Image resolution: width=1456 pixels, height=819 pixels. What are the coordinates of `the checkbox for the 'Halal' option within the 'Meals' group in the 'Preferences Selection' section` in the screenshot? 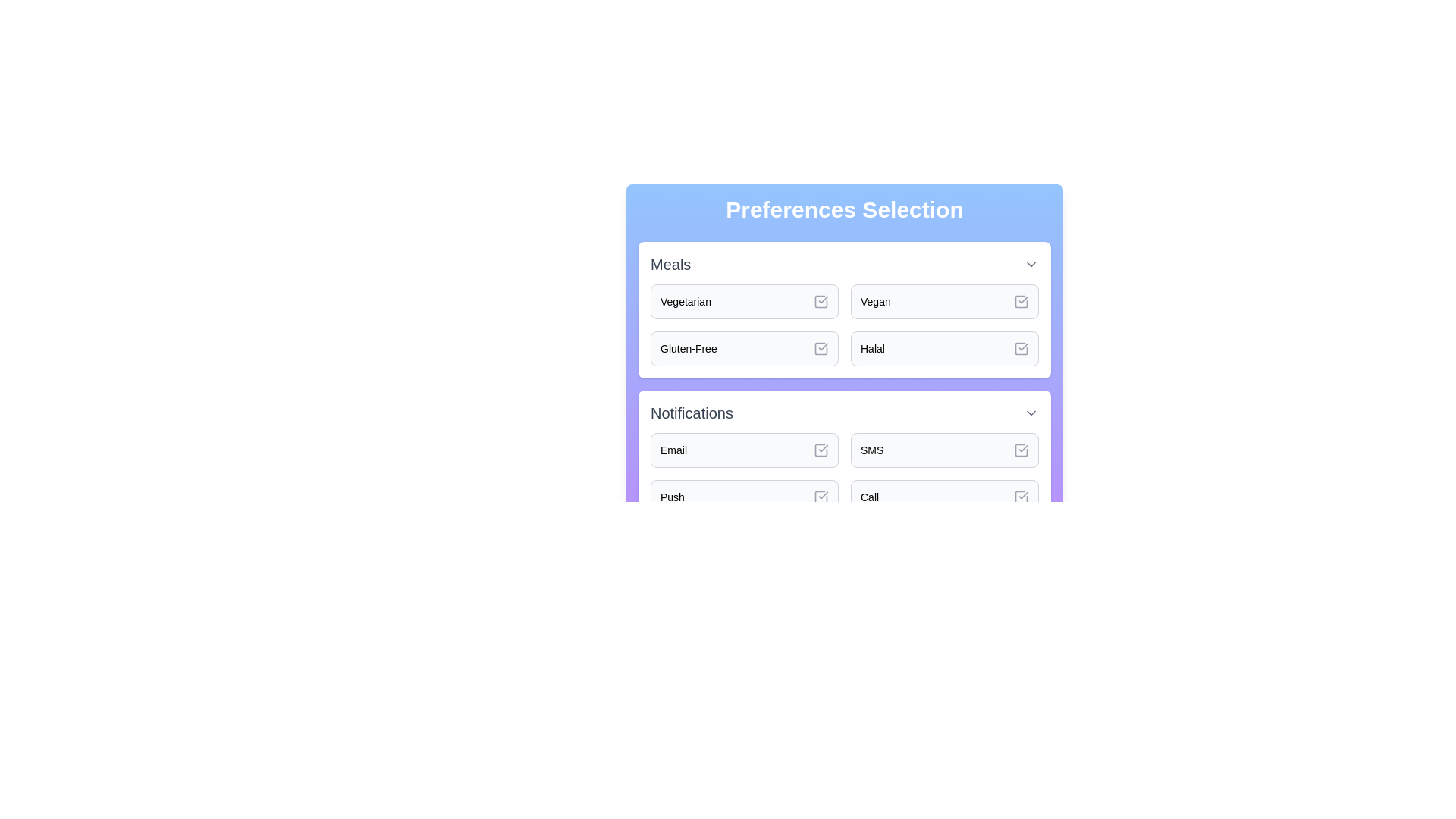 It's located at (1021, 348).